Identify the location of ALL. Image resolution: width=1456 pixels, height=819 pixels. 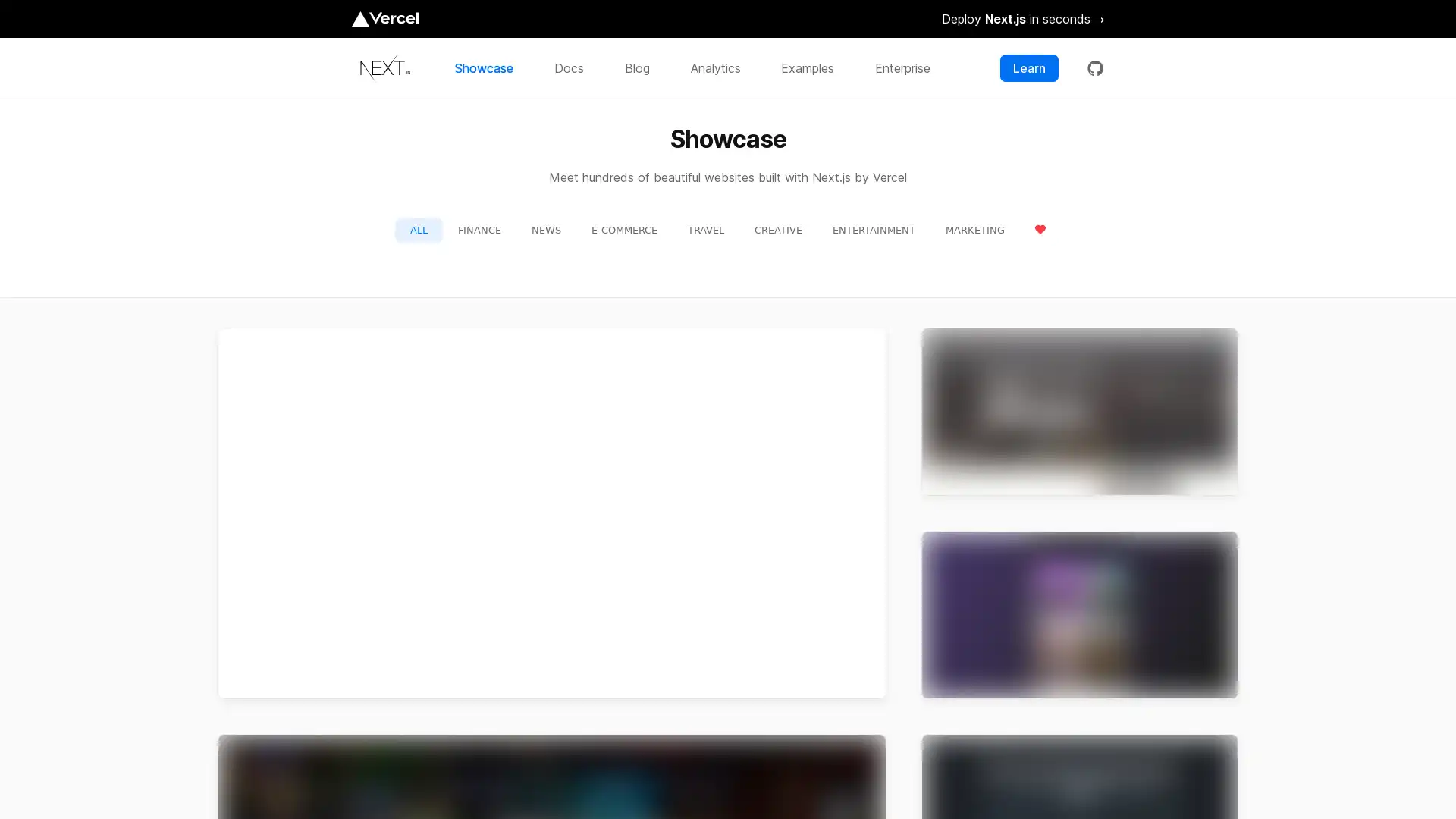
(419, 230).